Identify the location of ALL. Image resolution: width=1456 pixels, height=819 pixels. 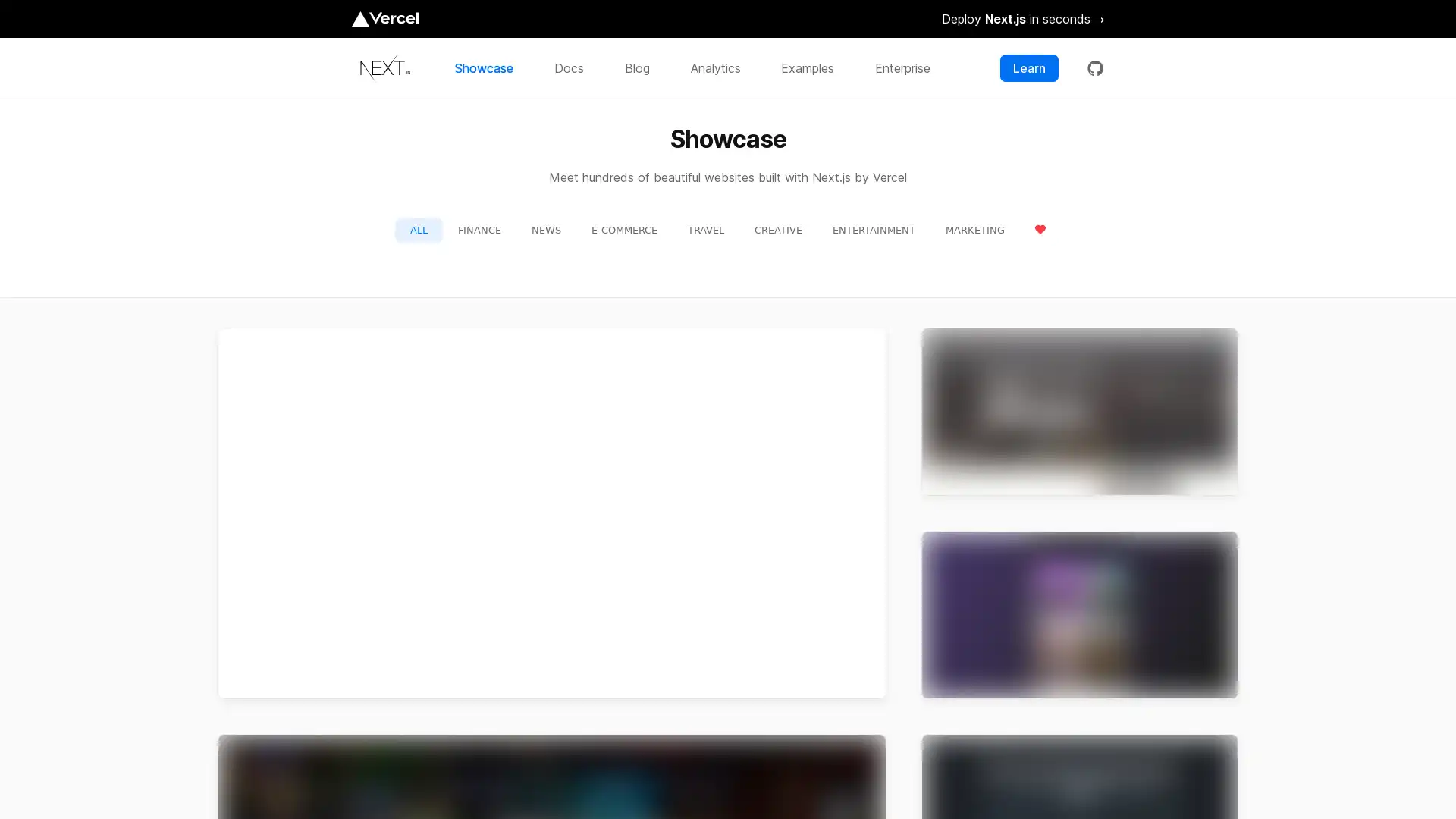
(419, 230).